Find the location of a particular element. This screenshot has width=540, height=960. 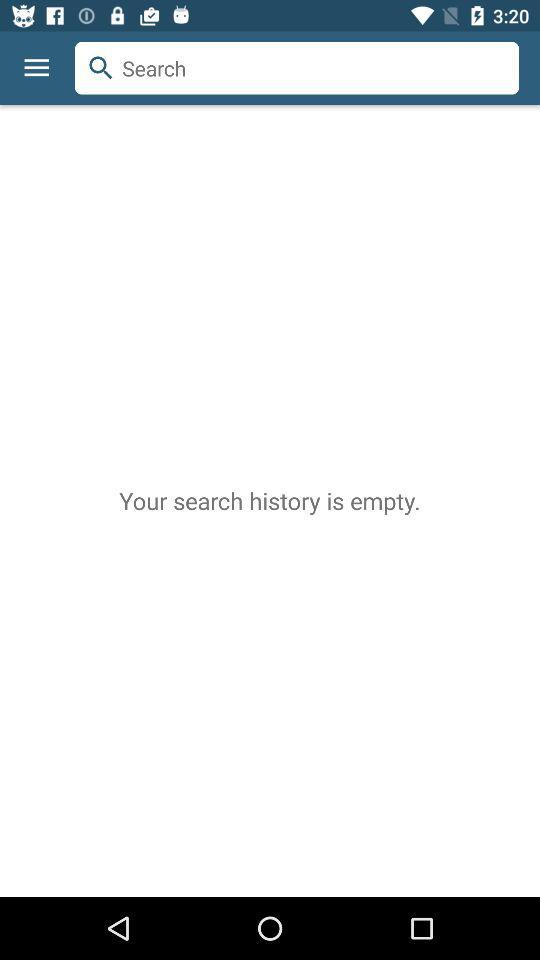

the icon above your search history icon is located at coordinates (73, 41).